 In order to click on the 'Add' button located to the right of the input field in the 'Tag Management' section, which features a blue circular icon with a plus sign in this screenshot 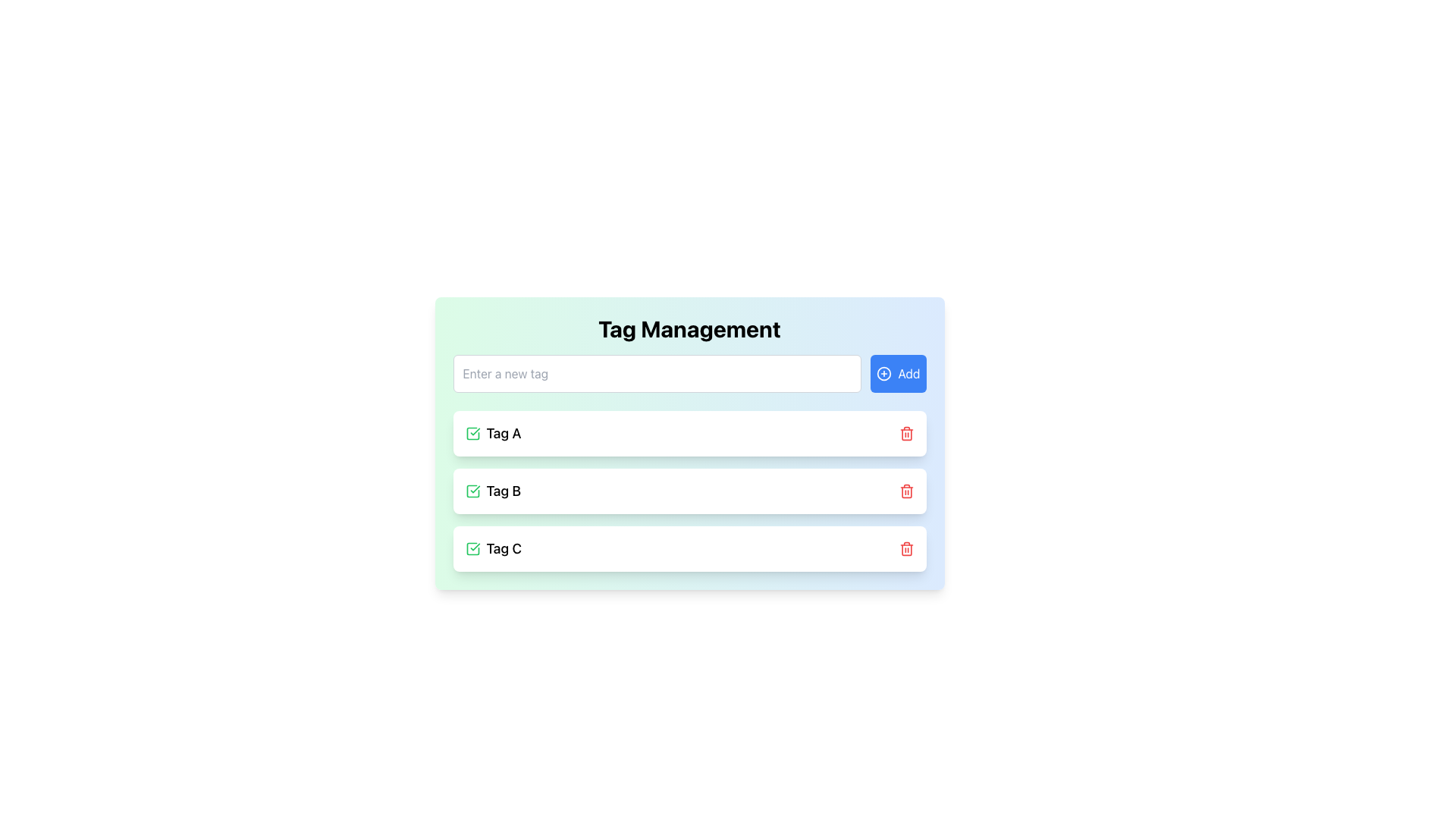, I will do `click(884, 374)`.